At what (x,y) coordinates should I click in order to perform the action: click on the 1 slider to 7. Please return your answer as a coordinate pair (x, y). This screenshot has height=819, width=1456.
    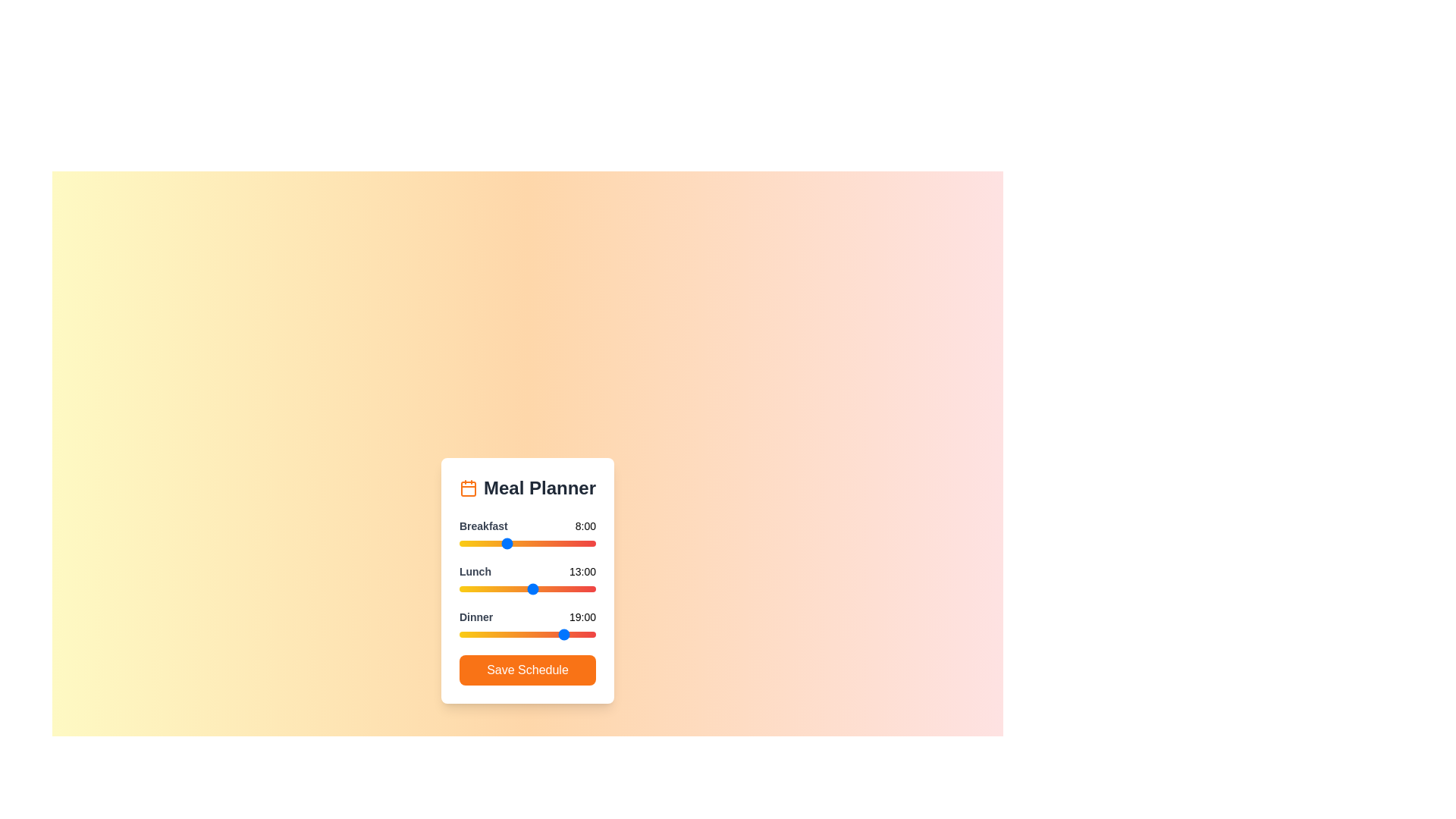
    Looking at the image, I should click on (499, 588).